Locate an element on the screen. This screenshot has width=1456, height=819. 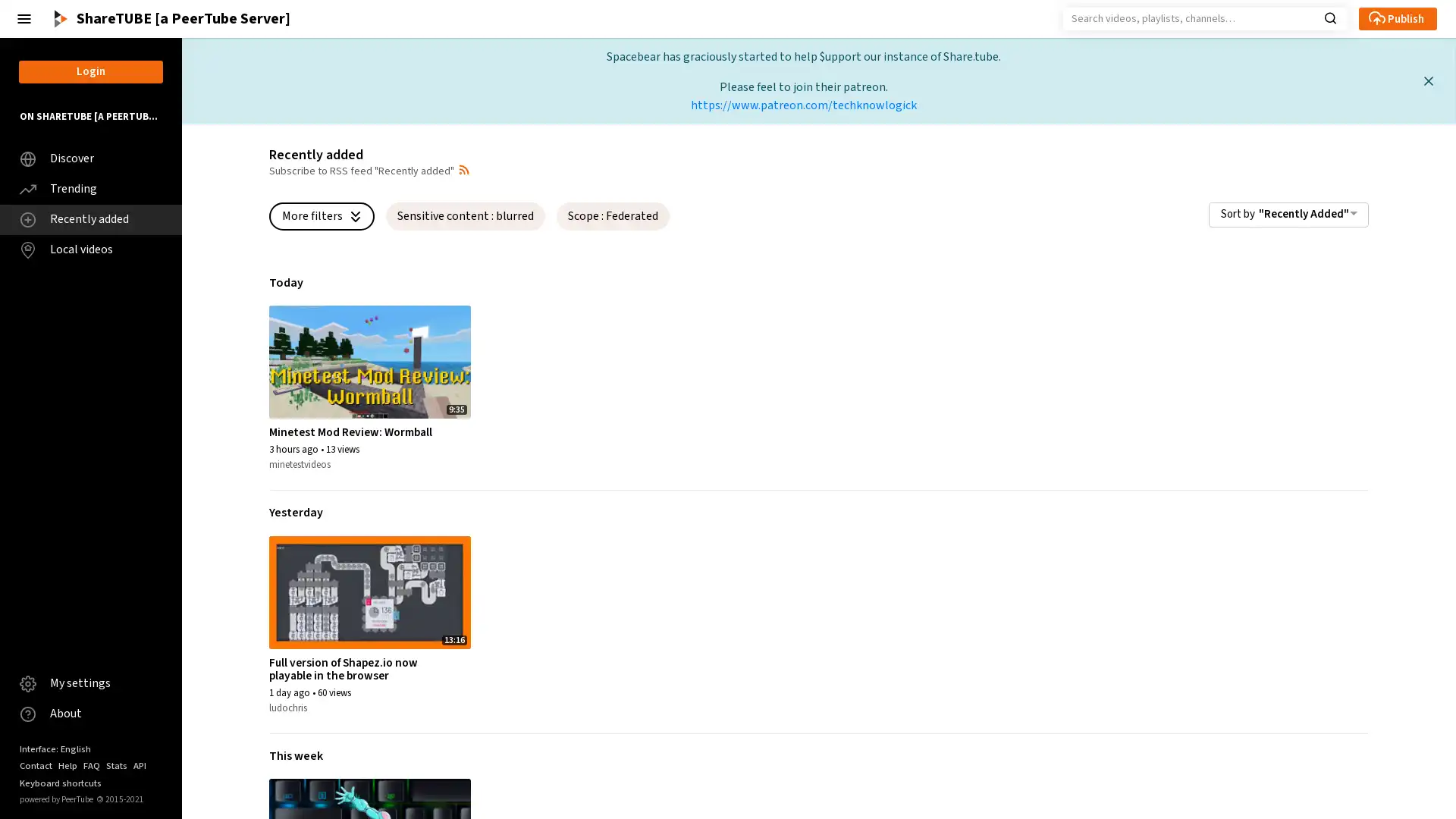
Open syndication dropdown is located at coordinates (463, 169).